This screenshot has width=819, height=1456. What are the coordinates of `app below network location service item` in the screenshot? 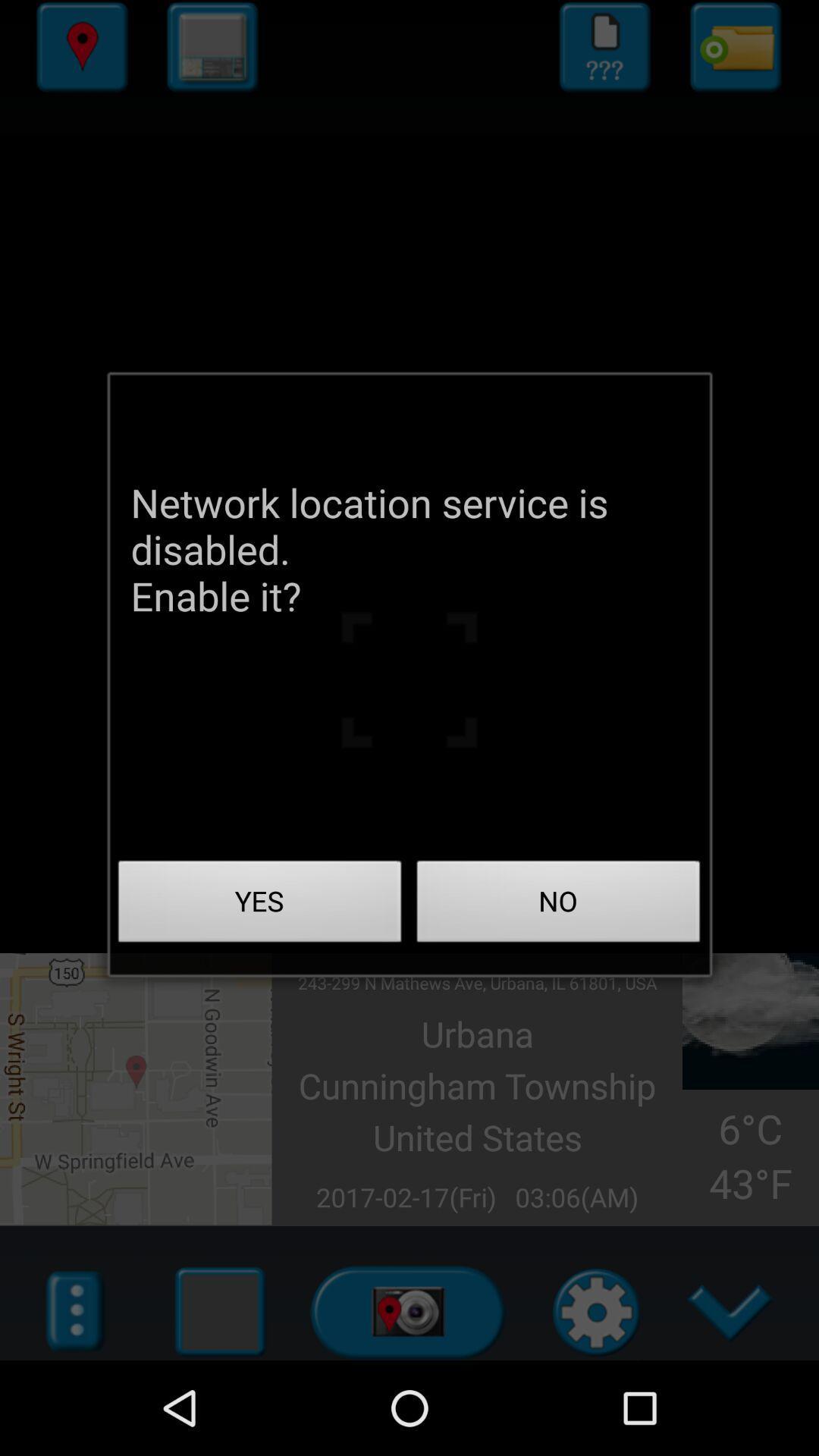 It's located at (259, 905).